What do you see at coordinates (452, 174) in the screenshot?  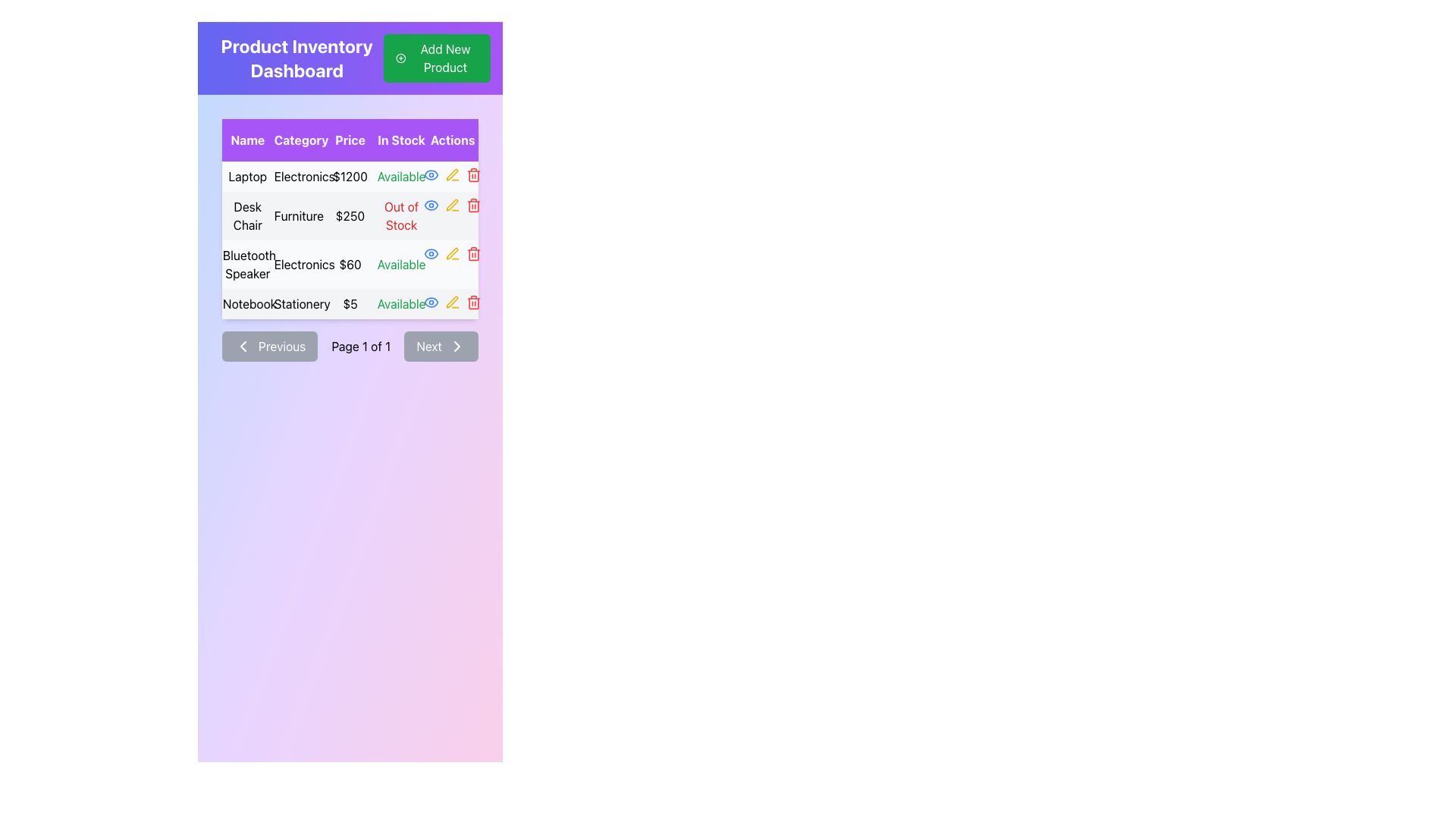 I see `the edit icon button located in the 'Actions' section of the first row in the product table to modify the product information` at bounding box center [452, 174].